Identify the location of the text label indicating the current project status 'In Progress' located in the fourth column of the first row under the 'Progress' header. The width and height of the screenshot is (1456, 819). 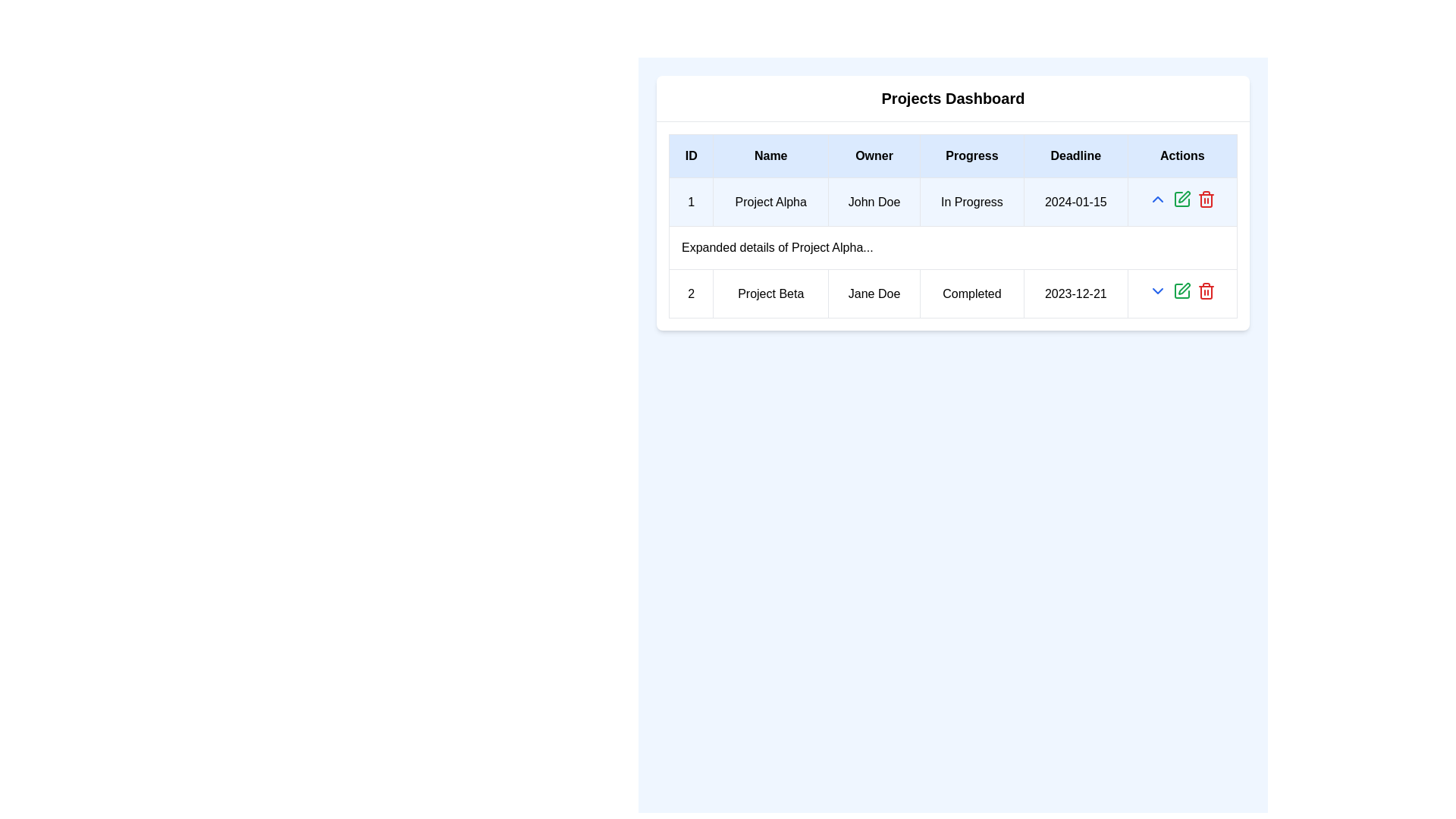
(971, 201).